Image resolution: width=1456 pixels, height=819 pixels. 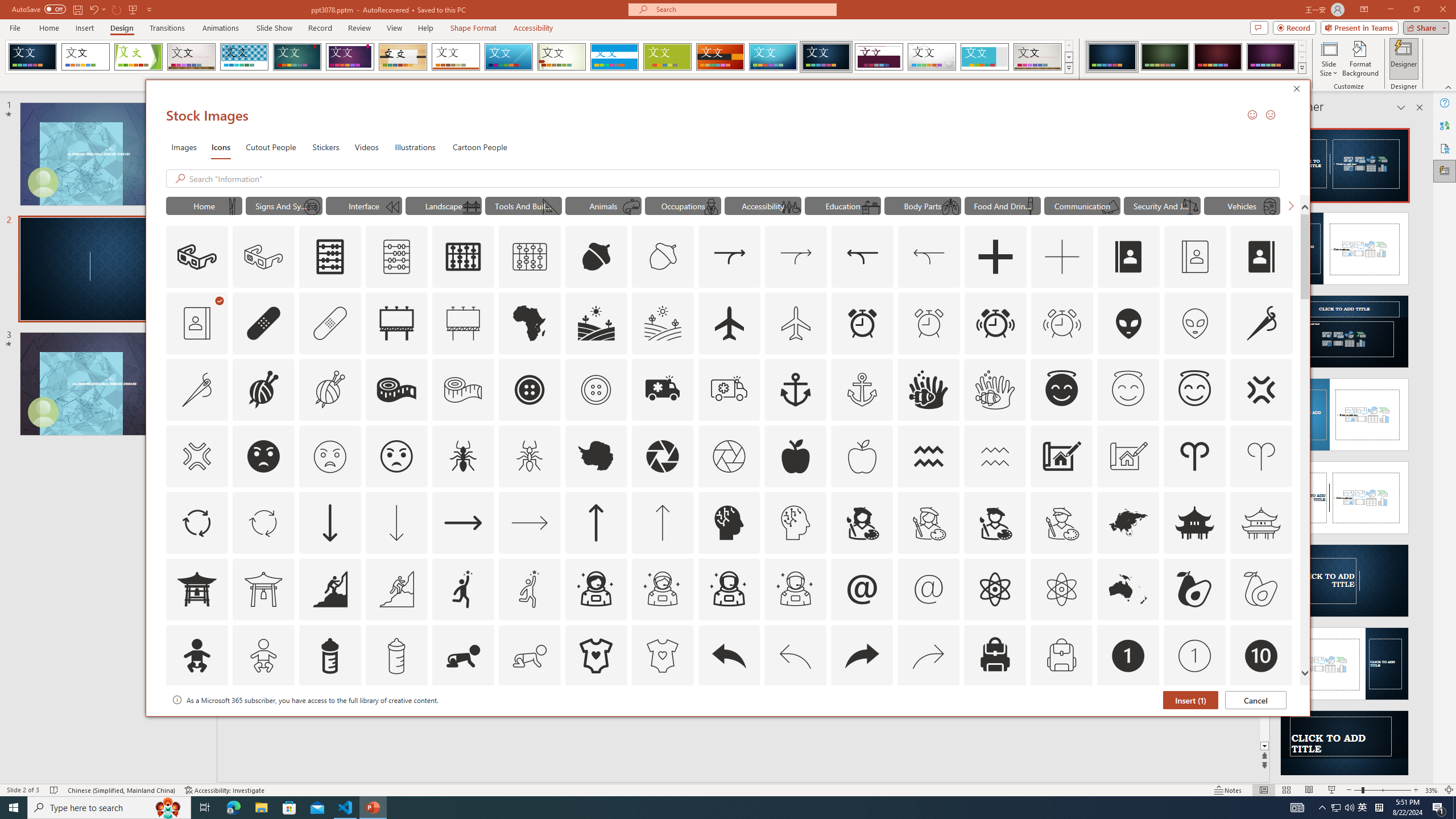 I want to click on 'AutomationID: Icons_Acorn', so click(x=596, y=257).